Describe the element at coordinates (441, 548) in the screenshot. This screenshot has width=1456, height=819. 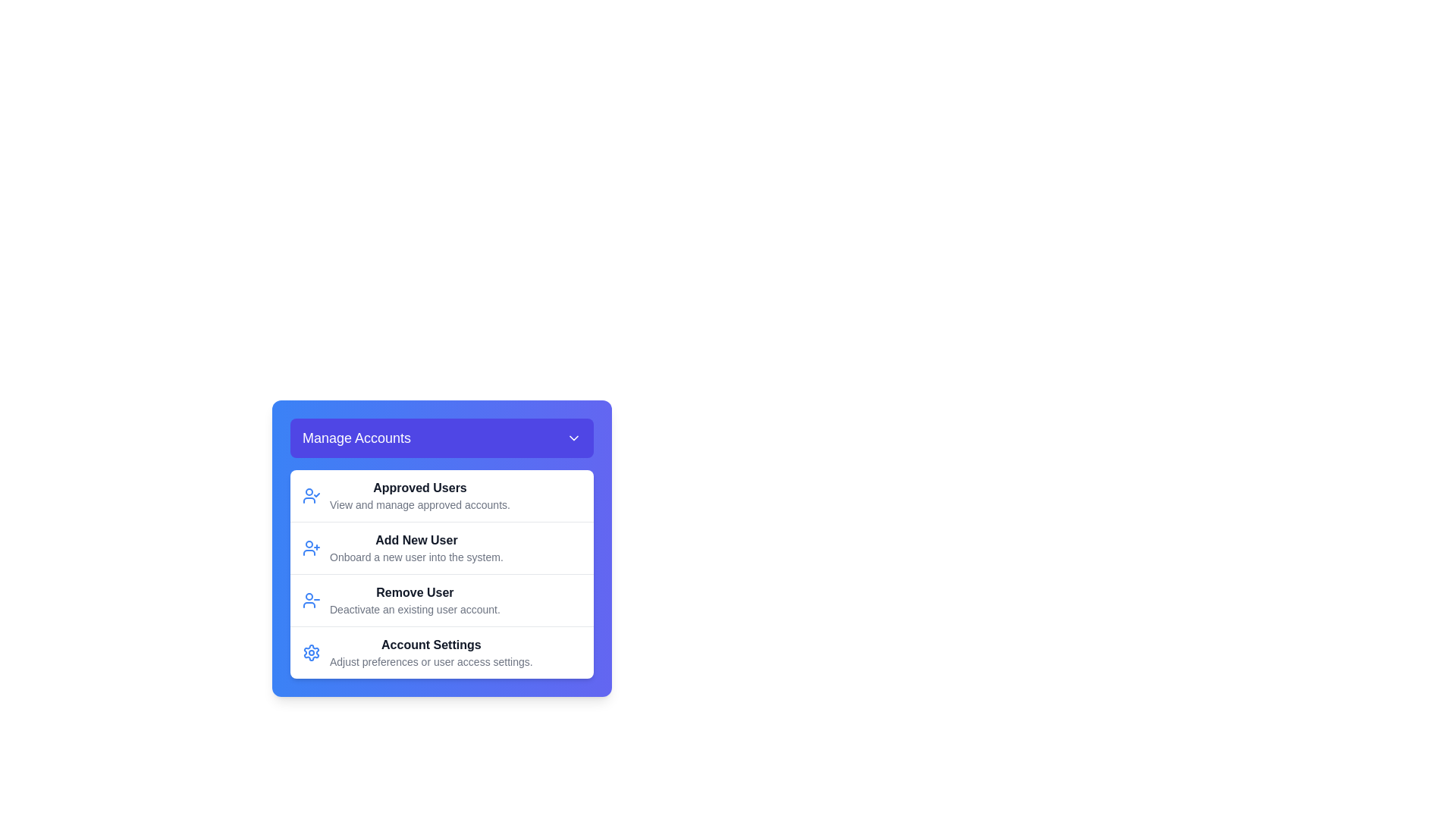
I see `the clickable menu option with a gradient blue background and descriptive text` at that location.